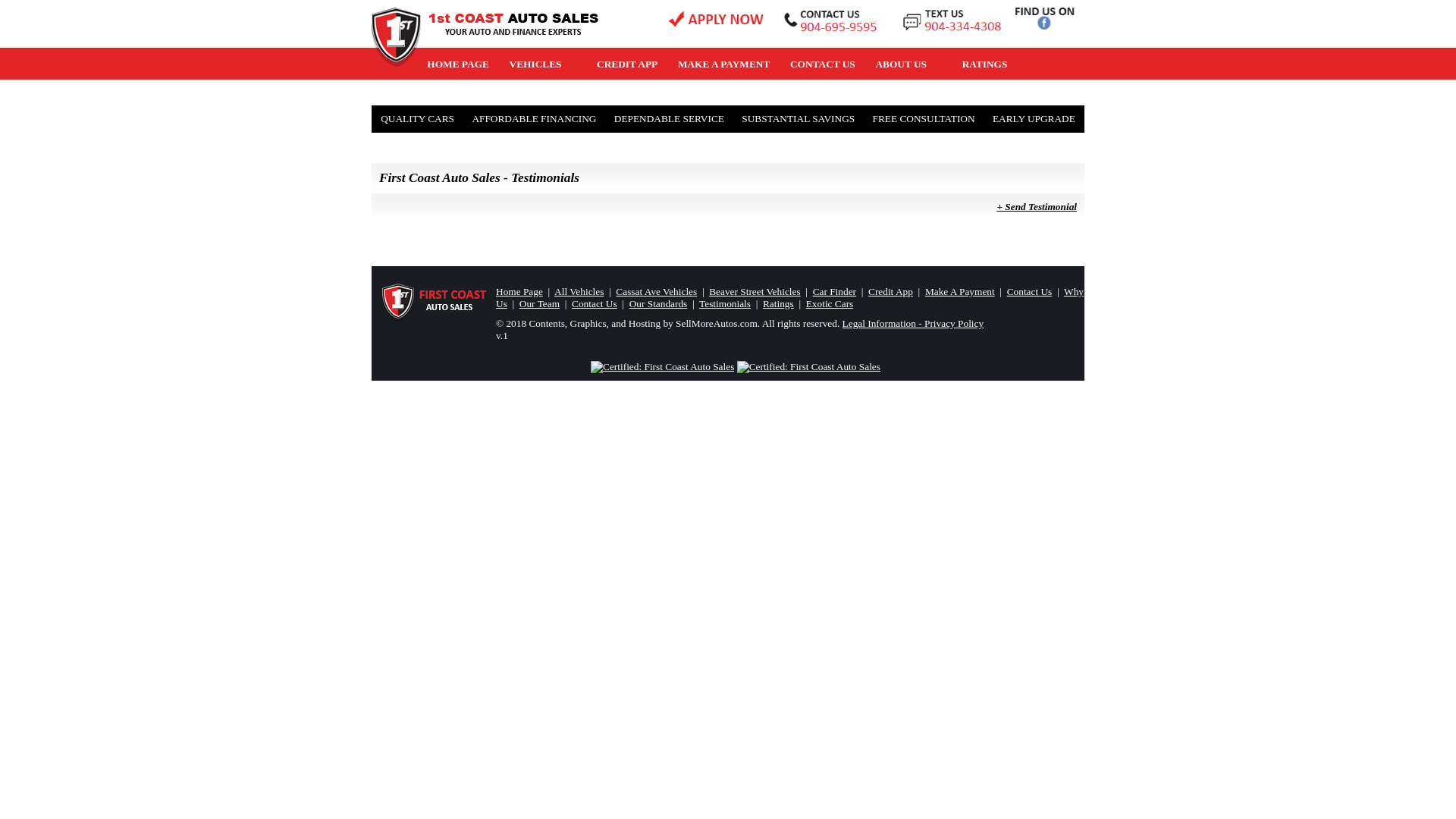 This screenshot has height=819, width=1456. Describe the element at coordinates (754, 291) in the screenshot. I see `'Beaver Street Vehicles'` at that location.